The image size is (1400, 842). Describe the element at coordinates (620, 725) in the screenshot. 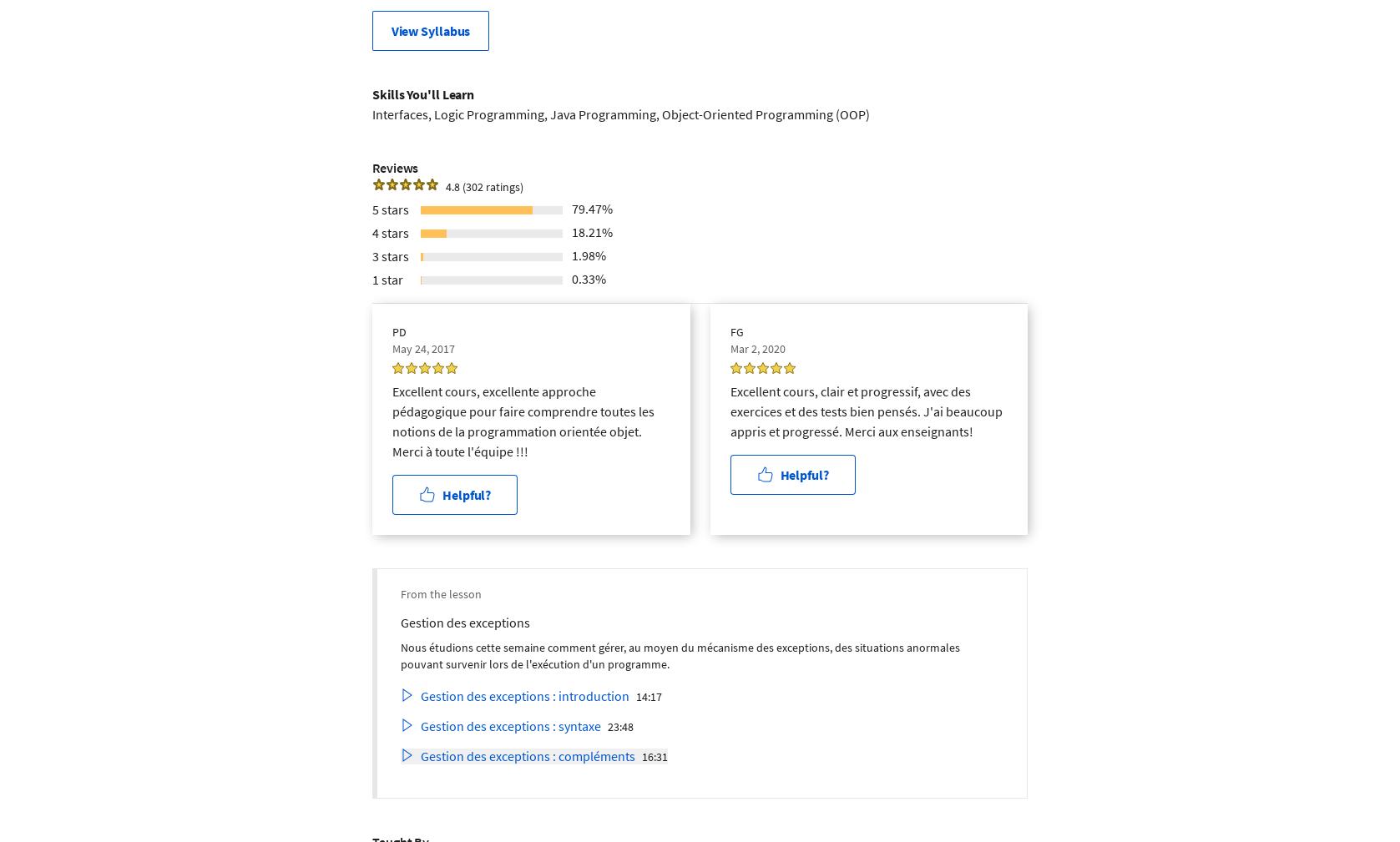

I see `'23:48'` at that location.